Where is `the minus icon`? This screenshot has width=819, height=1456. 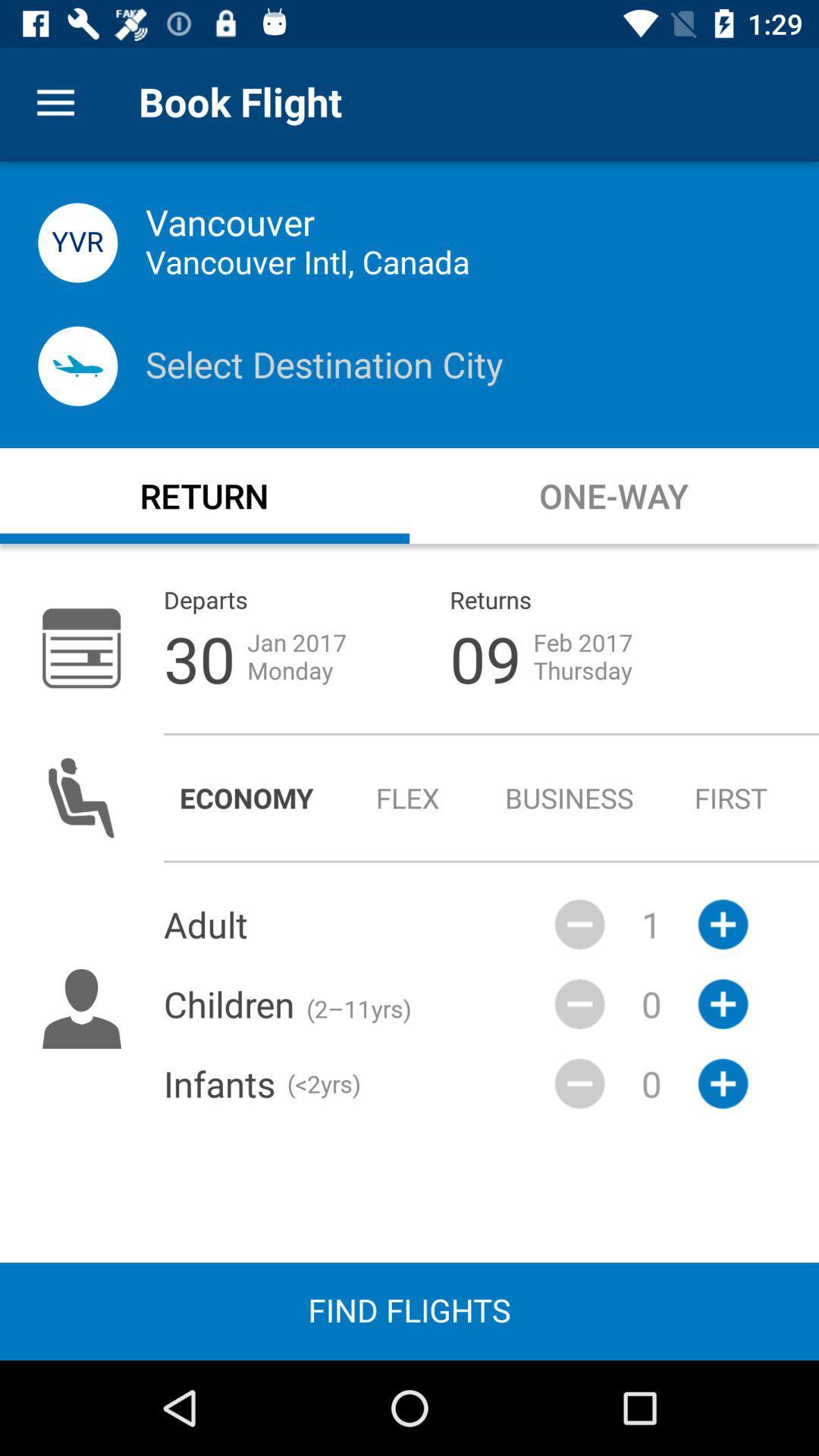 the minus icon is located at coordinates (579, 1083).